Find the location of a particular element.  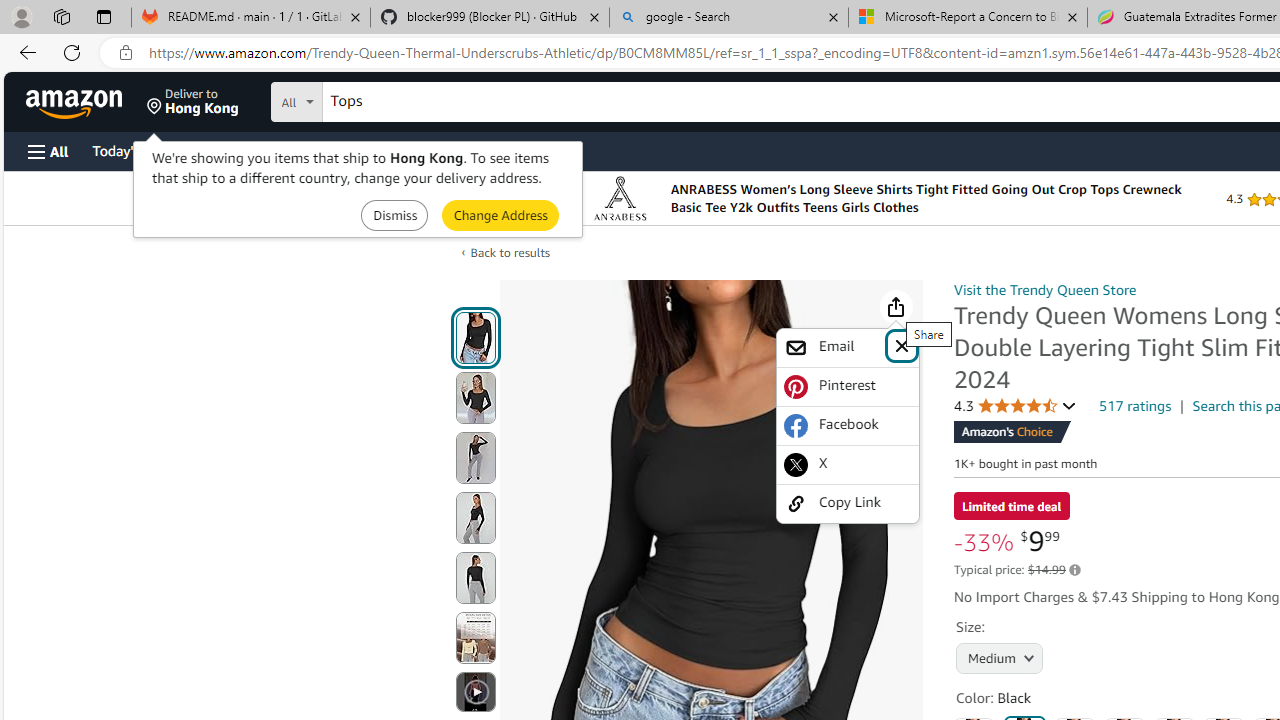

'517 ratings' is located at coordinates (1136, 405).